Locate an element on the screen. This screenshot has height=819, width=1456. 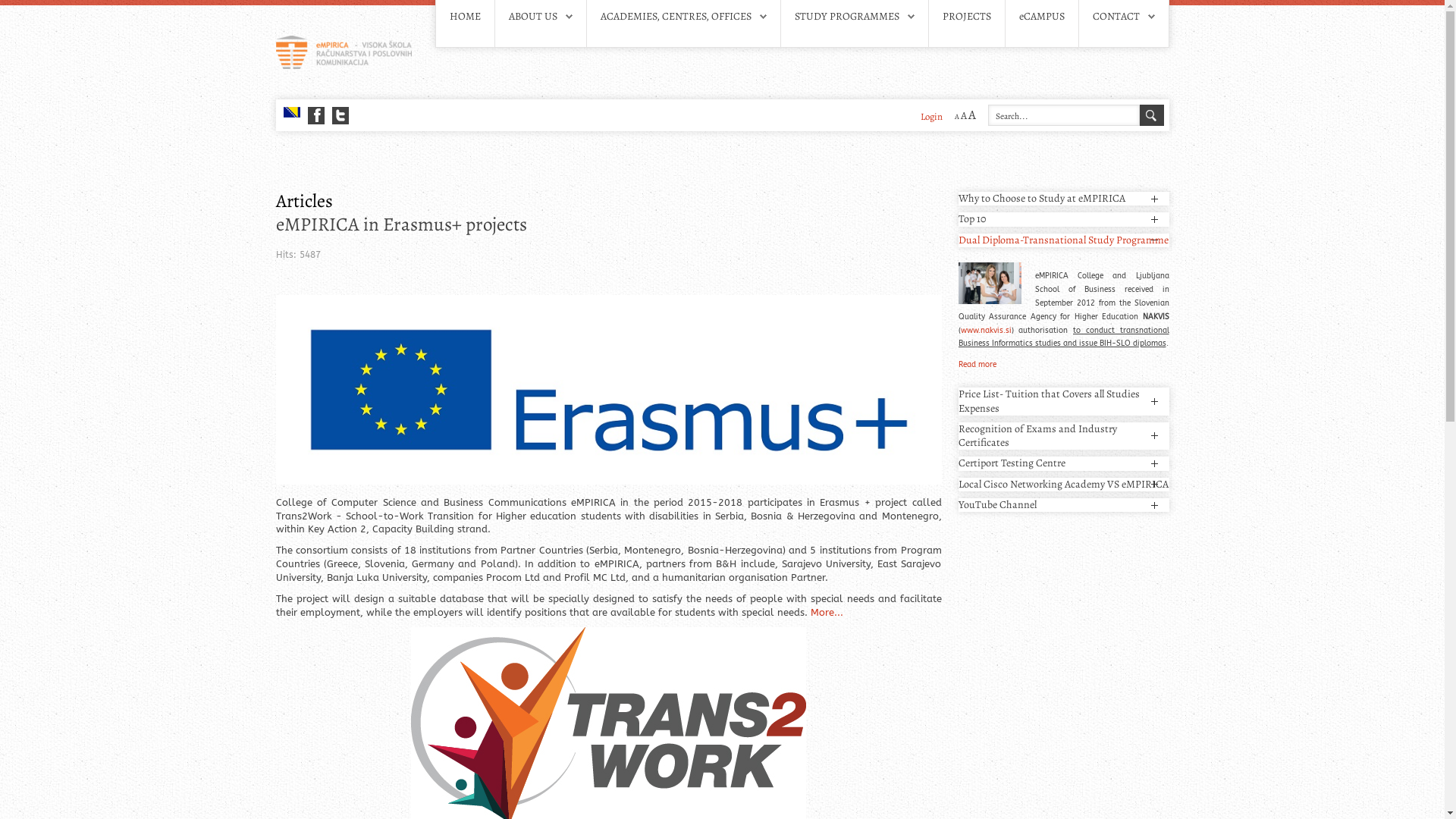
'PROJECTS' is located at coordinates (941, 16).